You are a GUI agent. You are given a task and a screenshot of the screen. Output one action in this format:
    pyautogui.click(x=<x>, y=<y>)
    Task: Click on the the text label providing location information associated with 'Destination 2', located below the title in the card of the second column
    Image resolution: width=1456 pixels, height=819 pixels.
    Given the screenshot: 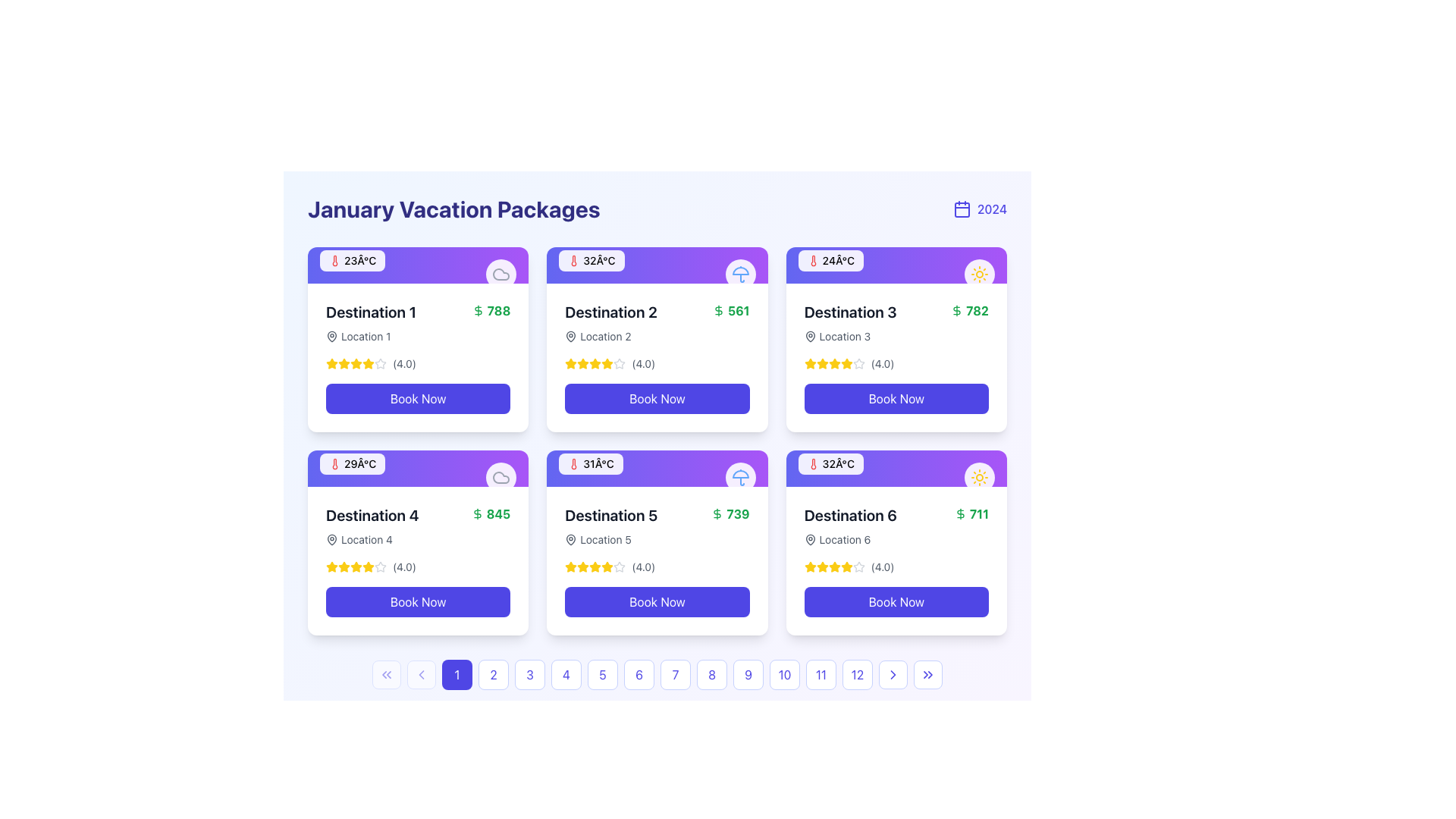 What is the action you would take?
    pyautogui.click(x=604, y=335)
    